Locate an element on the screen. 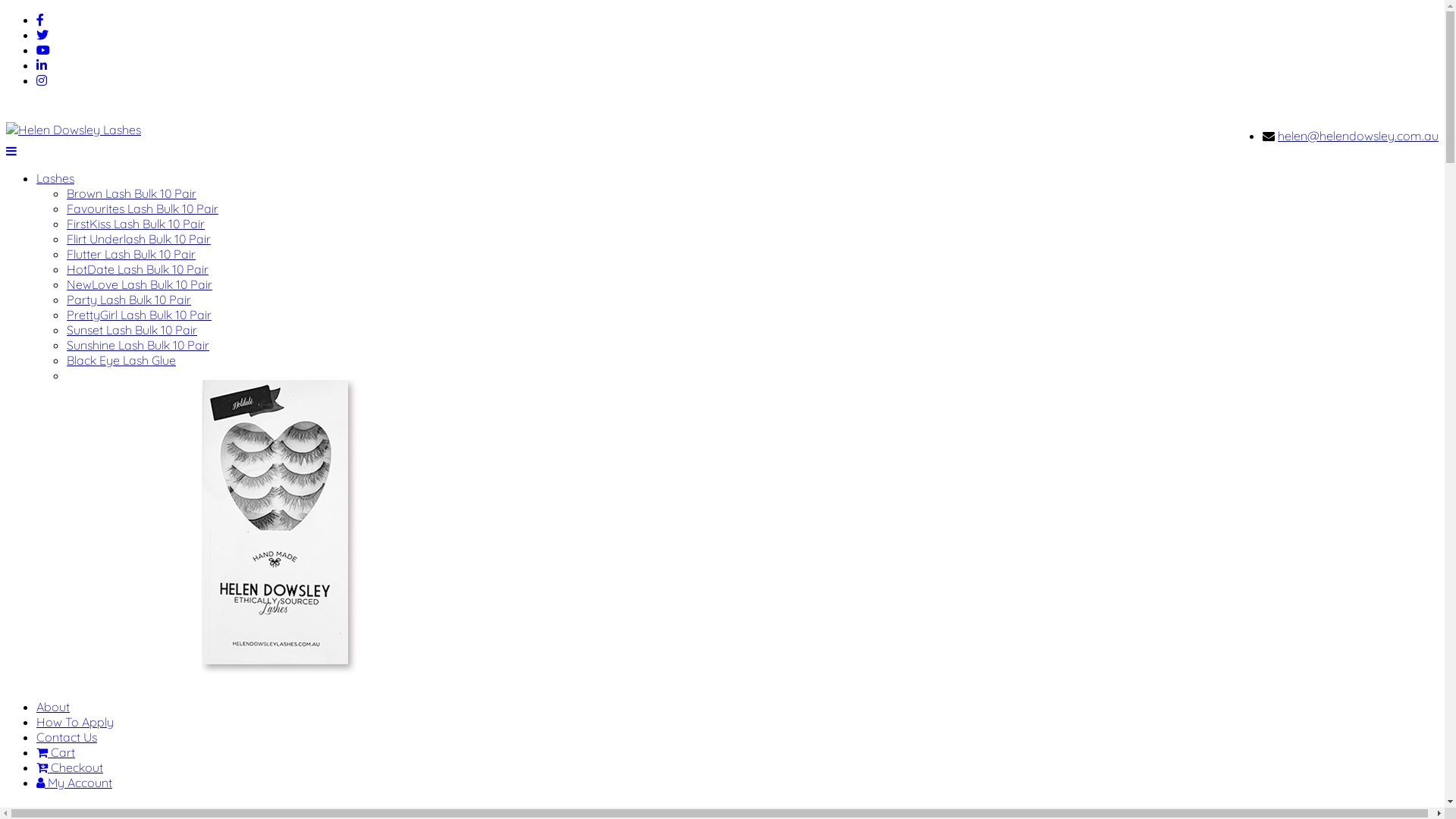 The height and width of the screenshot is (819, 1456). 'Brown Lash Bulk 10 Pair' is located at coordinates (65, 192).